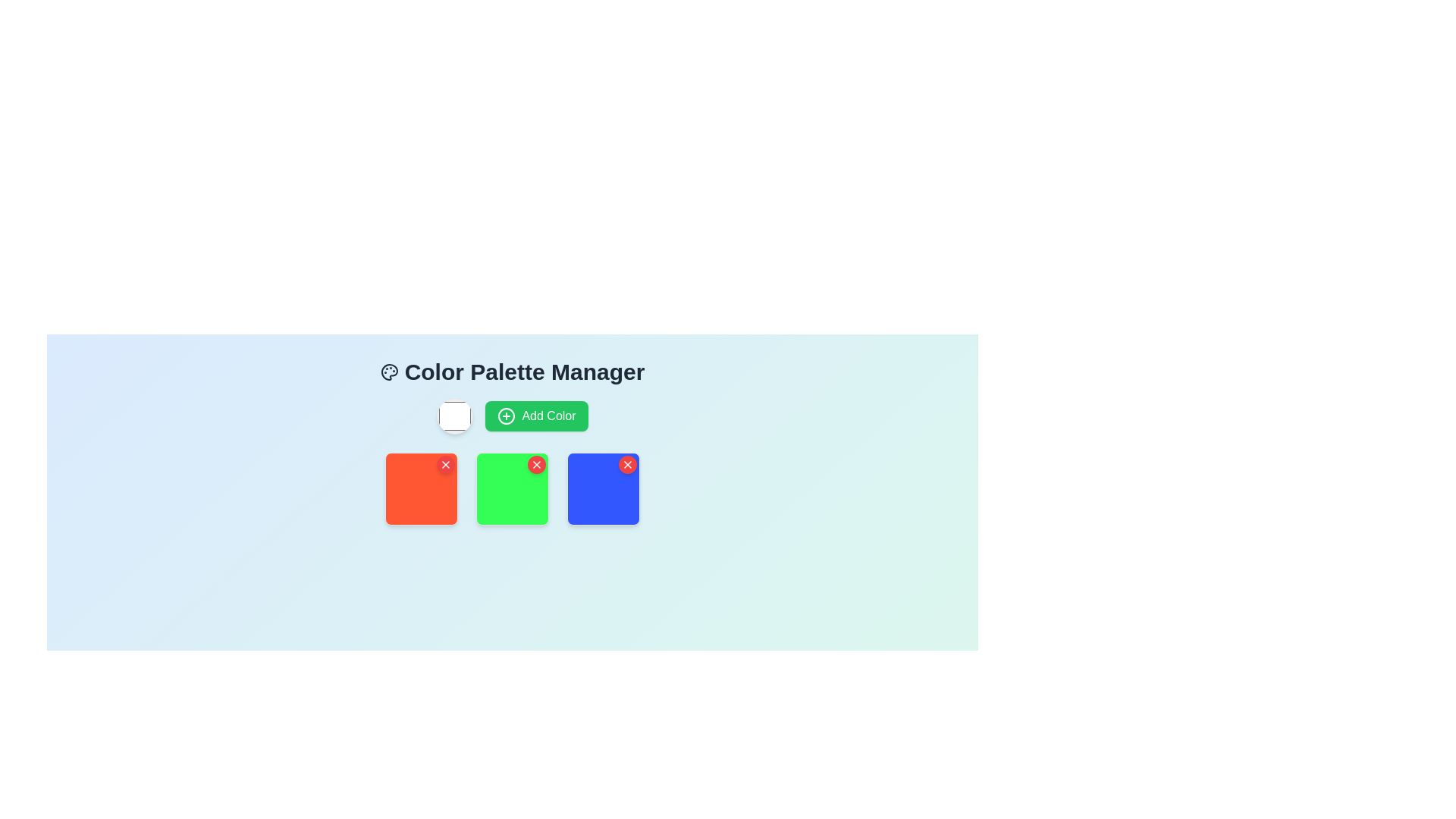 The width and height of the screenshot is (1456, 819). What do you see at coordinates (537, 464) in the screenshot?
I see `the delete button located in the upper-right corner of the green card` at bounding box center [537, 464].